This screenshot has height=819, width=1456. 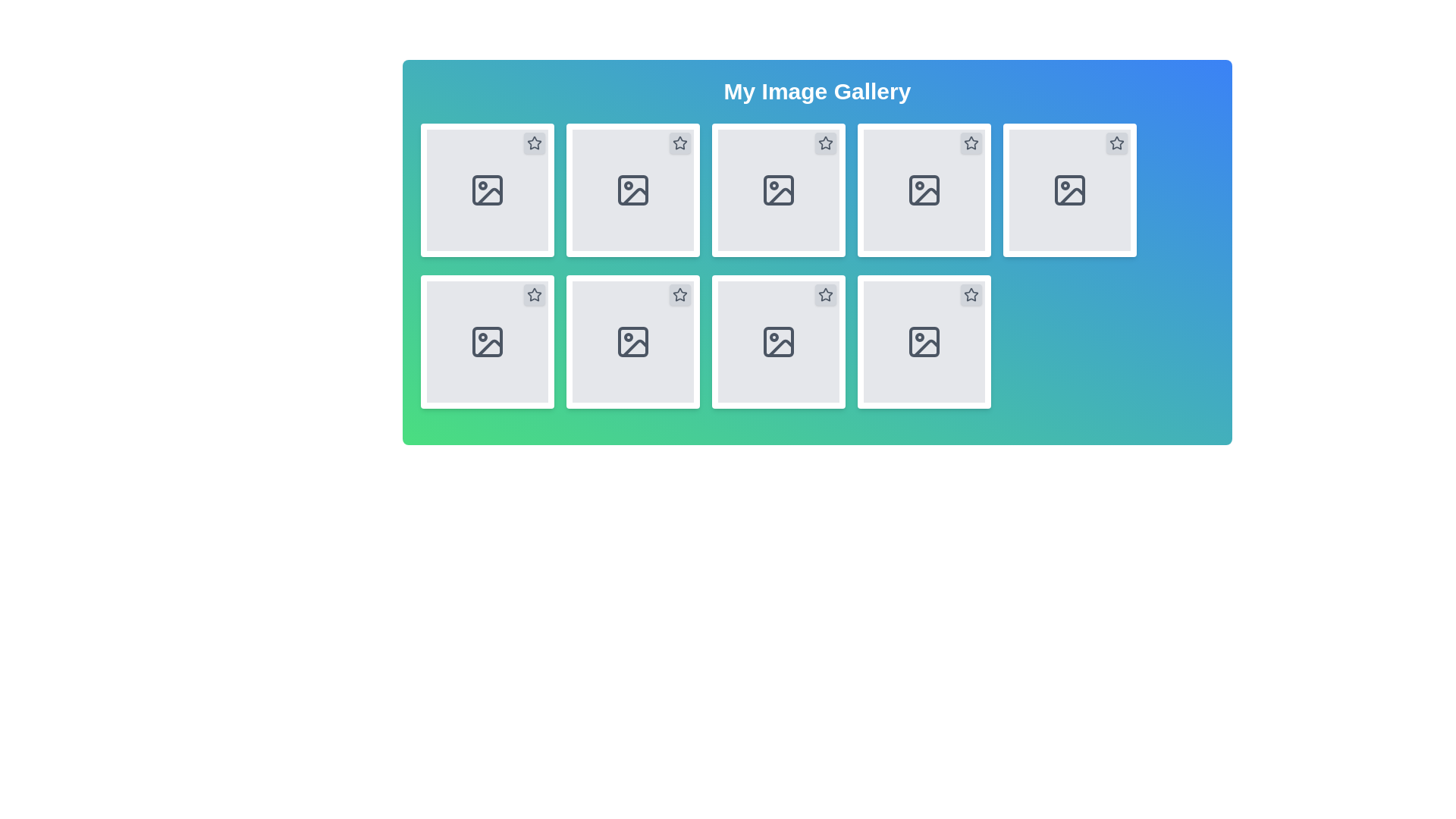 What do you see at coordinates (679, 295) in the screenshot?
I see `the interactive button located in the top-right corner of the white square tile in the first row, fourth column of the grid layout to trigger the hover effect` at bounding box center [679, 295].